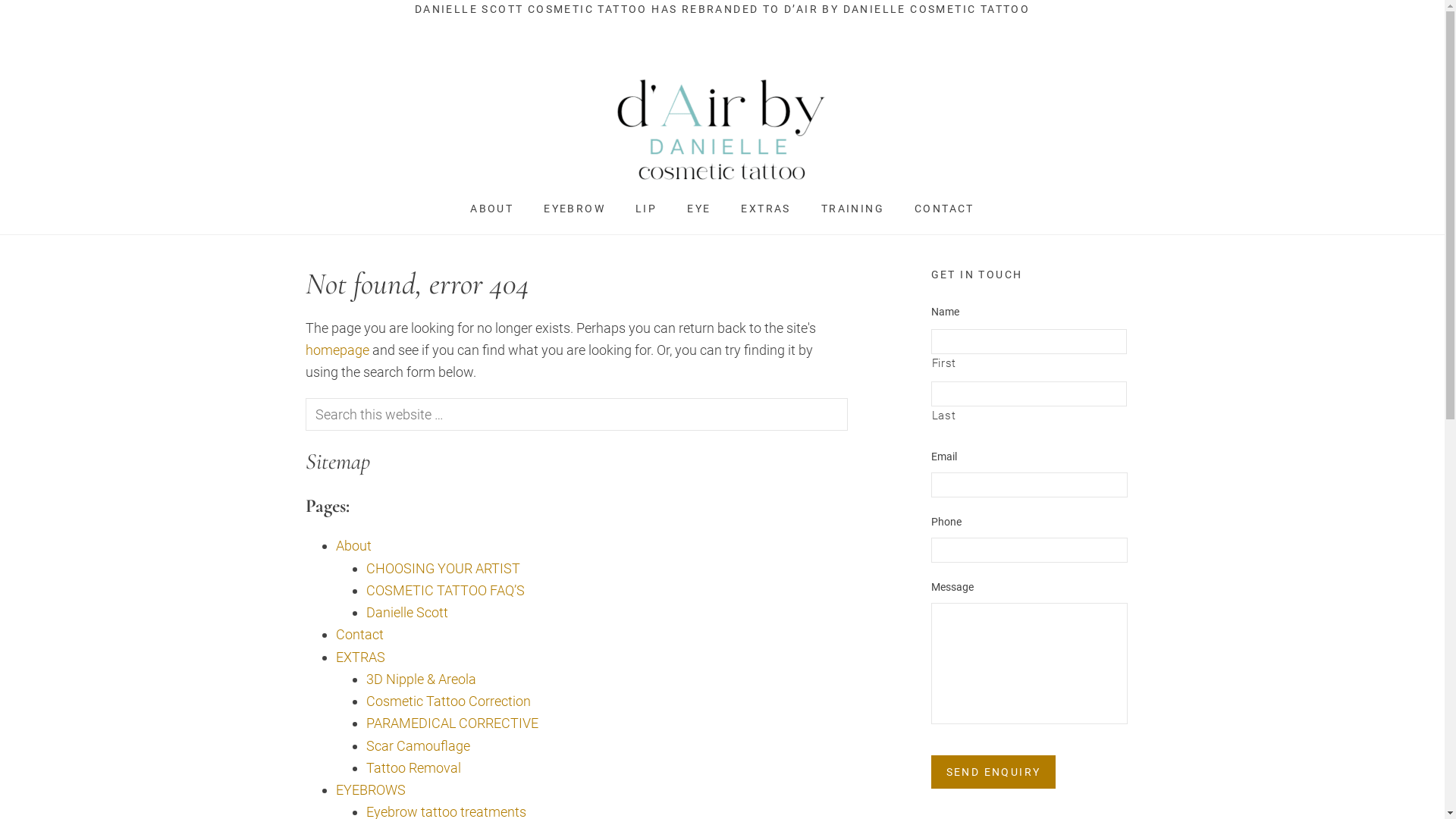 Image resolution: width=1456 pixels, height=819 pixels. Describe the element at coordinates (447, 701) in the screenshot. I see `'Cosmetic Tattoo Correction'` at that location.